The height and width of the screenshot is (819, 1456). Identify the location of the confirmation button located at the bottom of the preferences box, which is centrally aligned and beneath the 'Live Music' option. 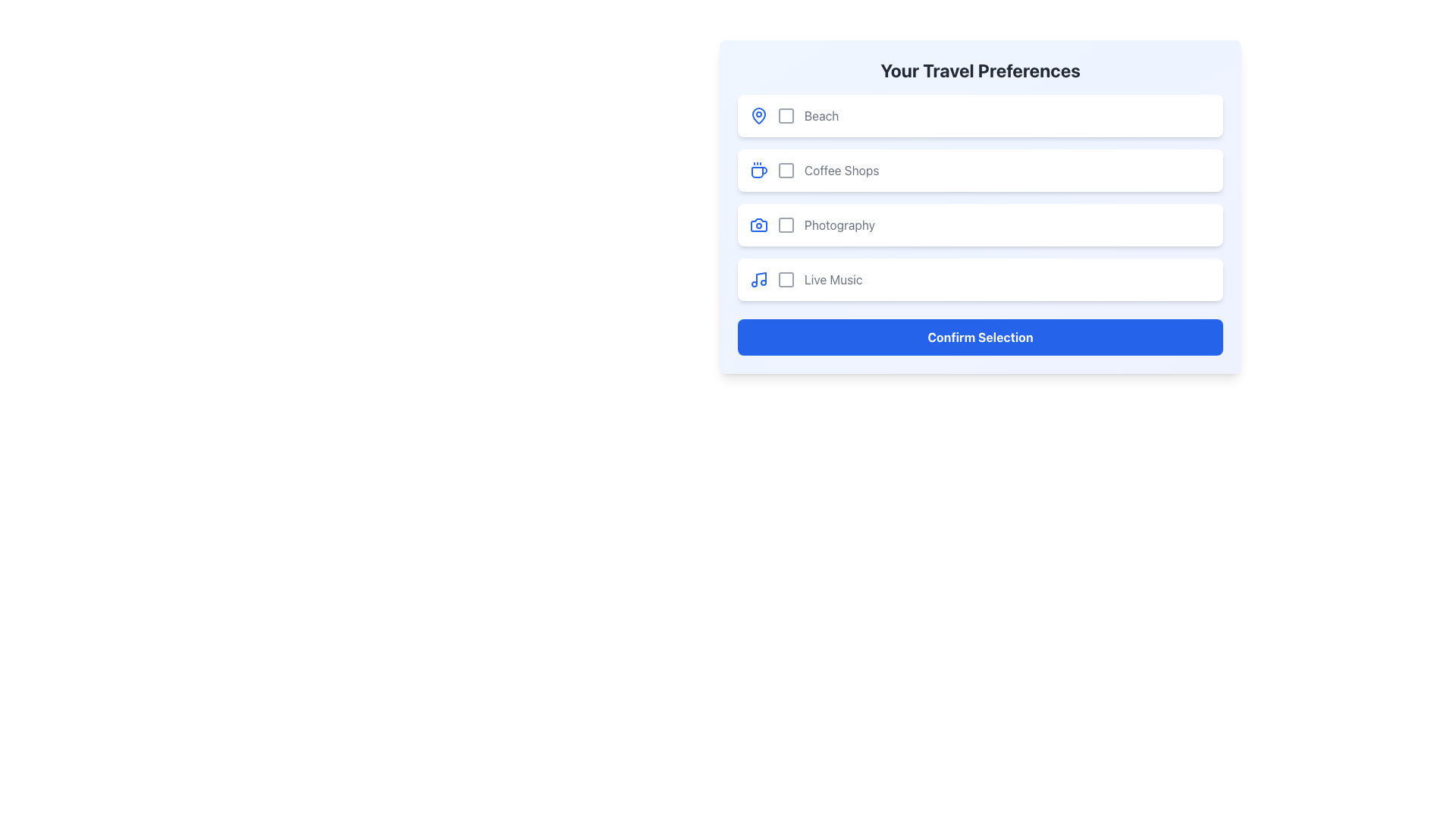
(980, 336).